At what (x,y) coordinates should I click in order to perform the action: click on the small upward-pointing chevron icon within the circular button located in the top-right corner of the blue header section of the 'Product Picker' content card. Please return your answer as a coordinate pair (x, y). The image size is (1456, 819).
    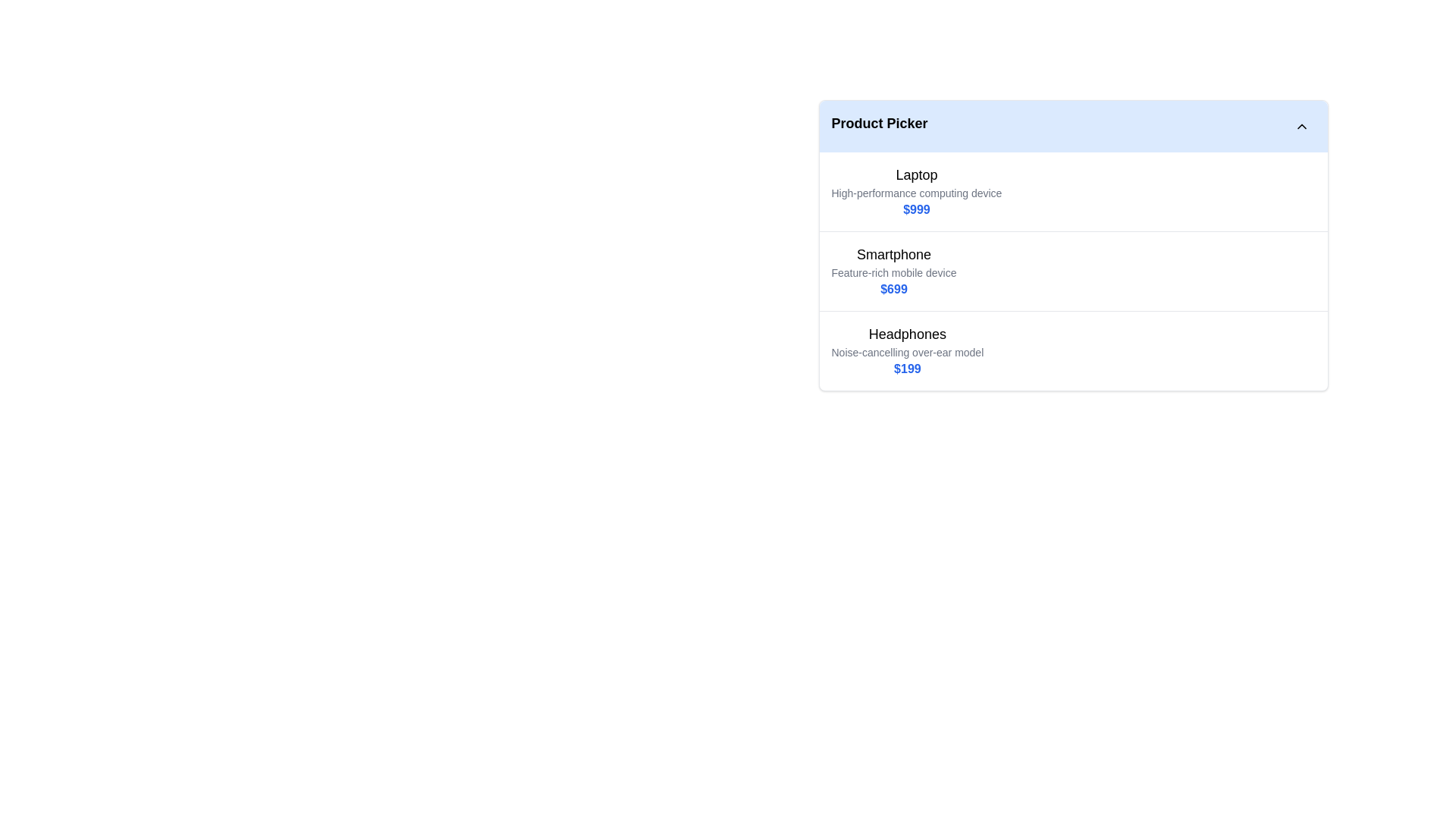
    Looking at the image, I should click on (1301, 125).